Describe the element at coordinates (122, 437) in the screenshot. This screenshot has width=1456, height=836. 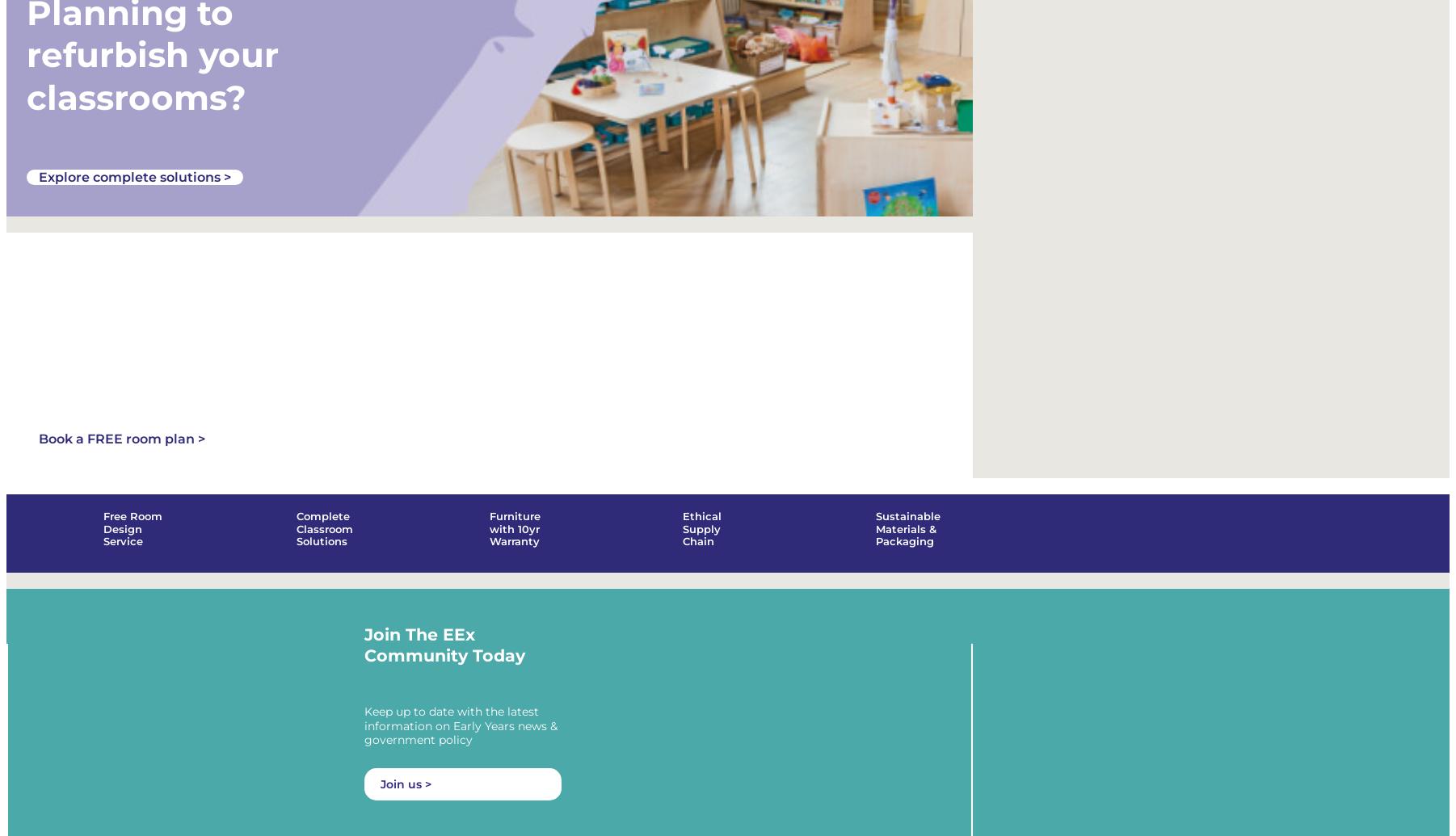
I see `'Book a FREE room plan >'` at that location.